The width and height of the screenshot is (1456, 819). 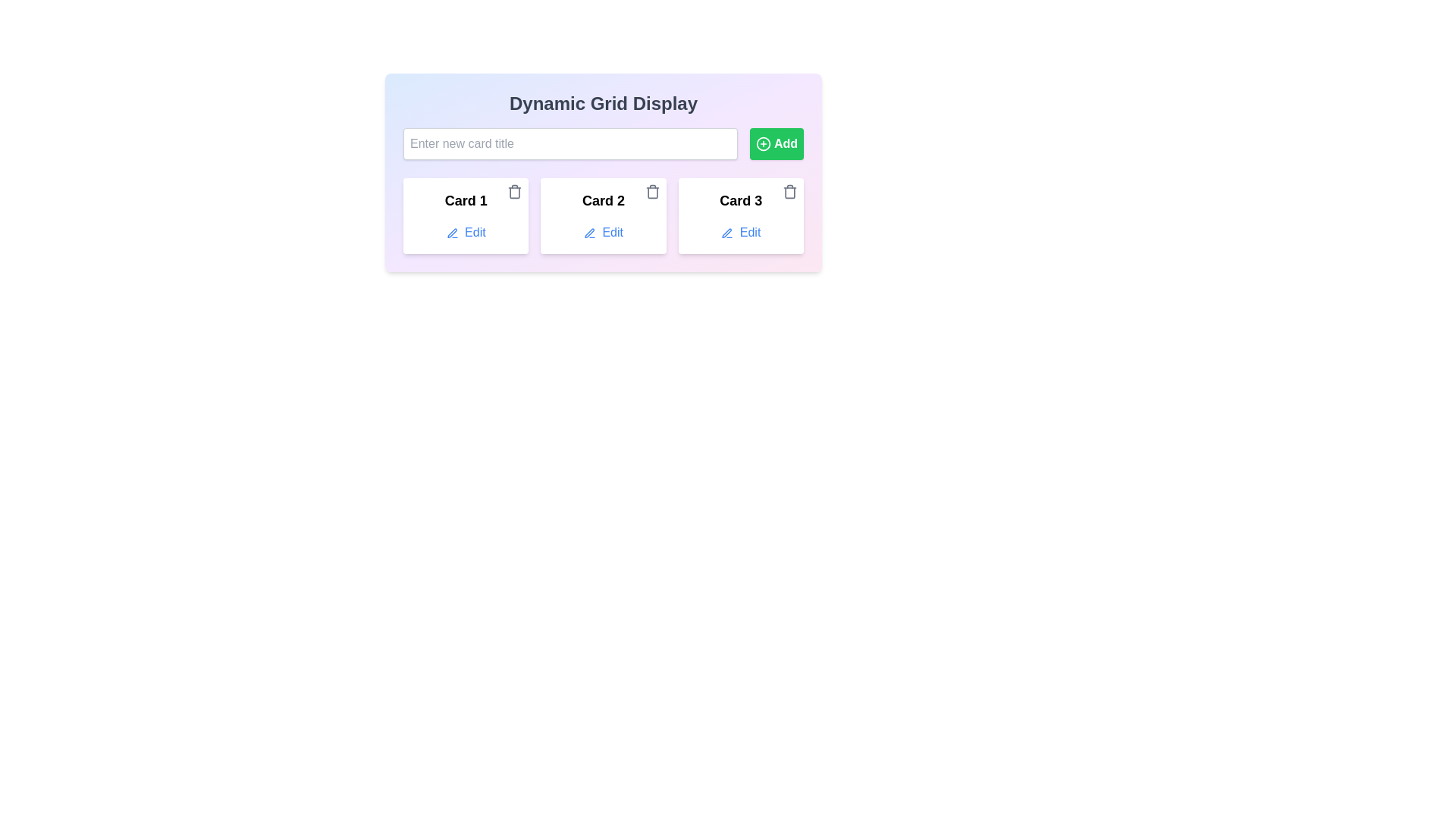 I want to click on the bold, enlarged text label displaying 'Card 2', which serves as the main title text of the second card in the grid, so click(x=603, y=200).